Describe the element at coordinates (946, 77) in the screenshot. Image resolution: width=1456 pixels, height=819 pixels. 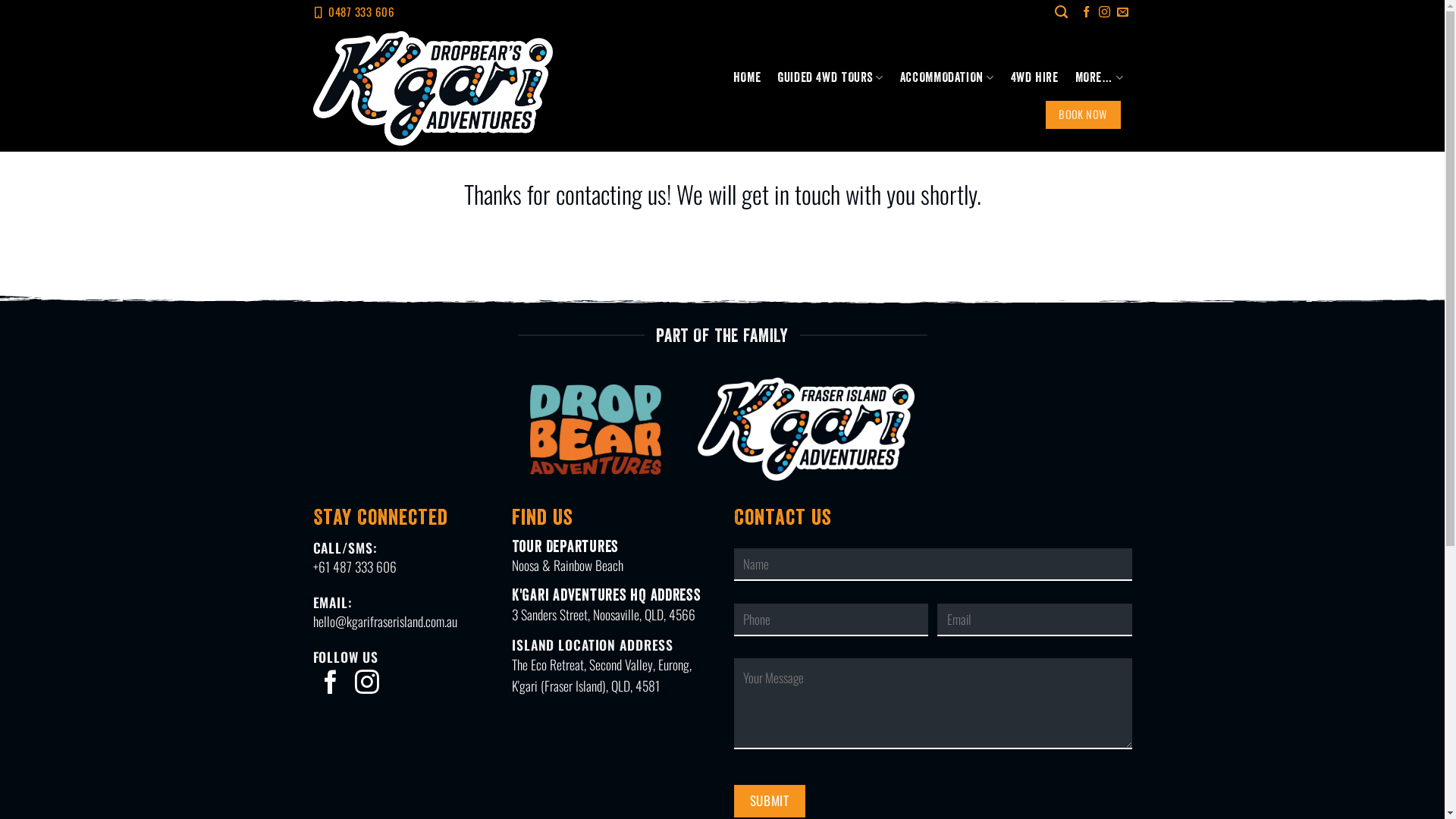
I see `'ACCOMMODATION'` at that location.